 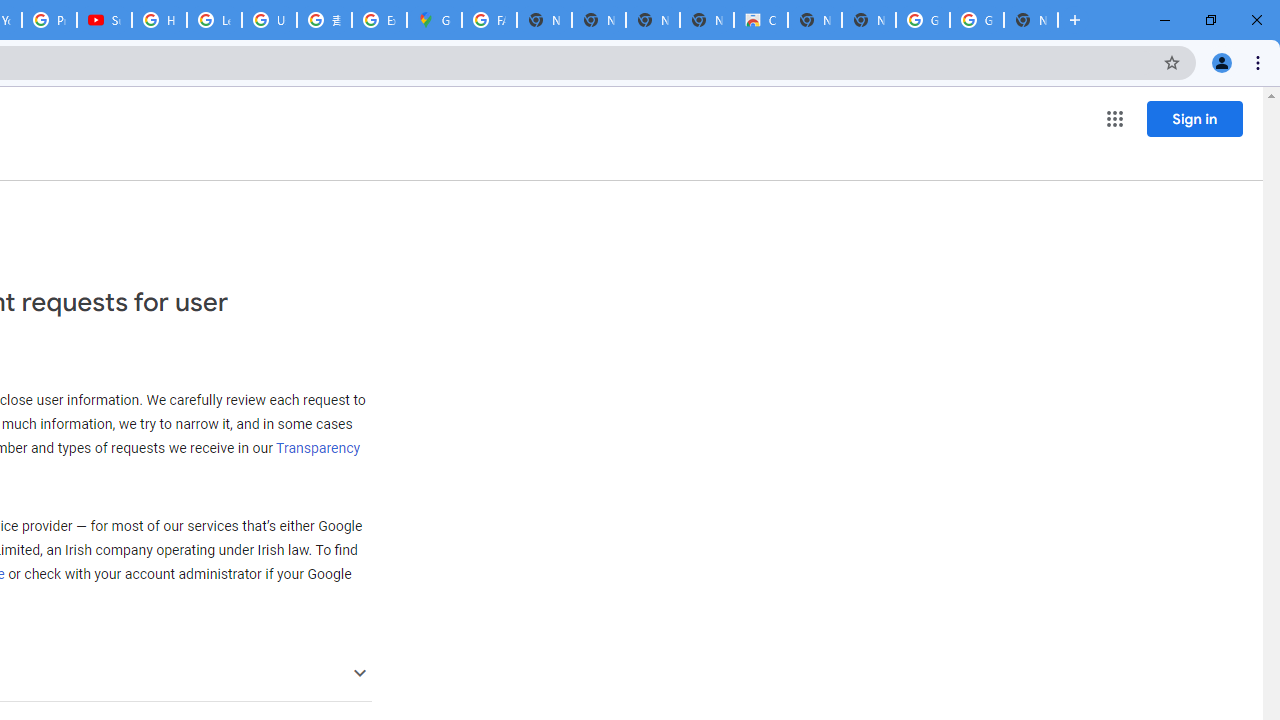 I want to click on 'New Tab', so click(x=1031, y=20).